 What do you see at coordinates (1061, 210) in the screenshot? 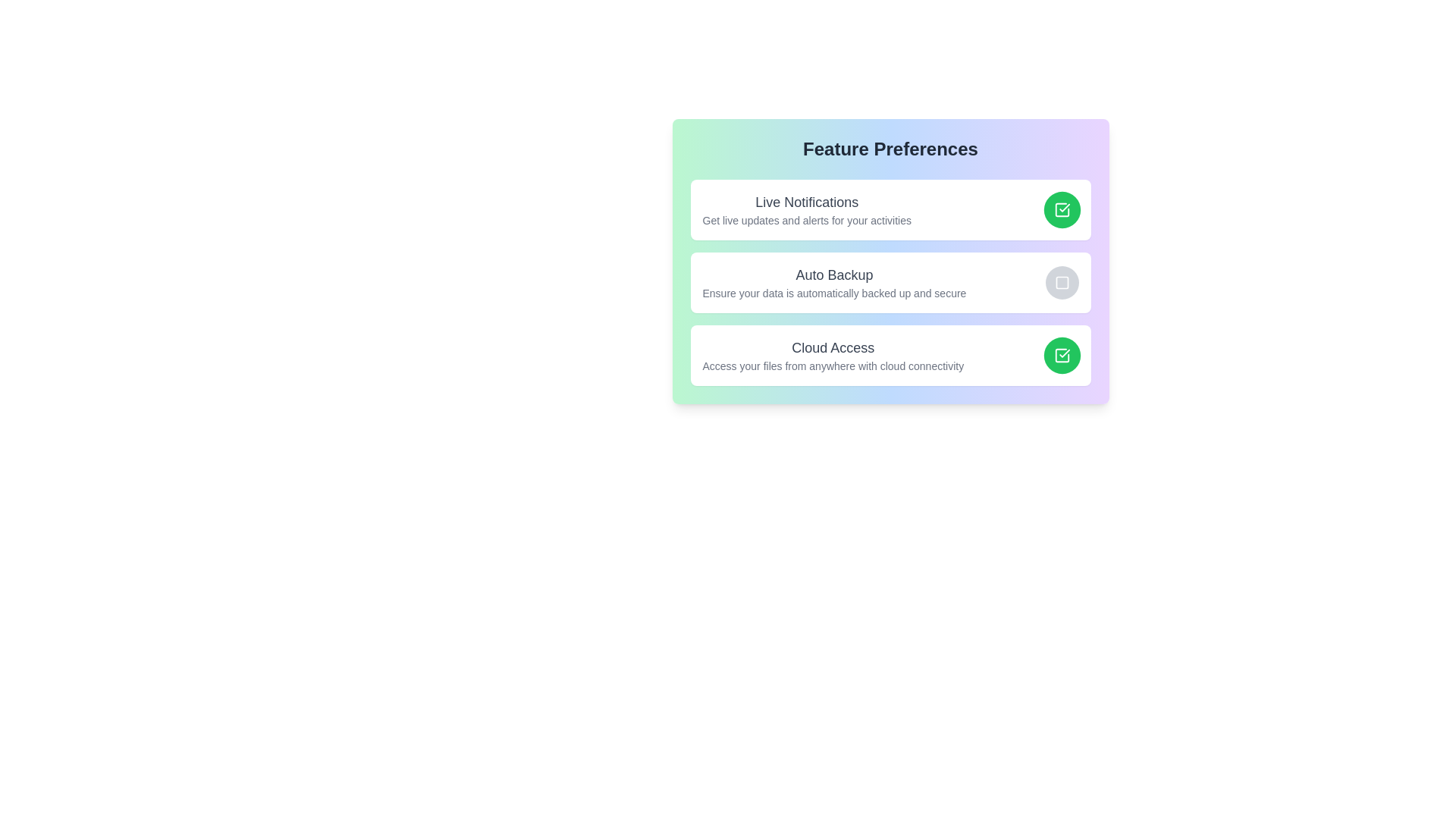
I see `the Icon component (check within a square) located in the top-right corner of the 'Live Notifications' row in the preferences section to indicate its enabled state` at bounding box center [1061, 210].